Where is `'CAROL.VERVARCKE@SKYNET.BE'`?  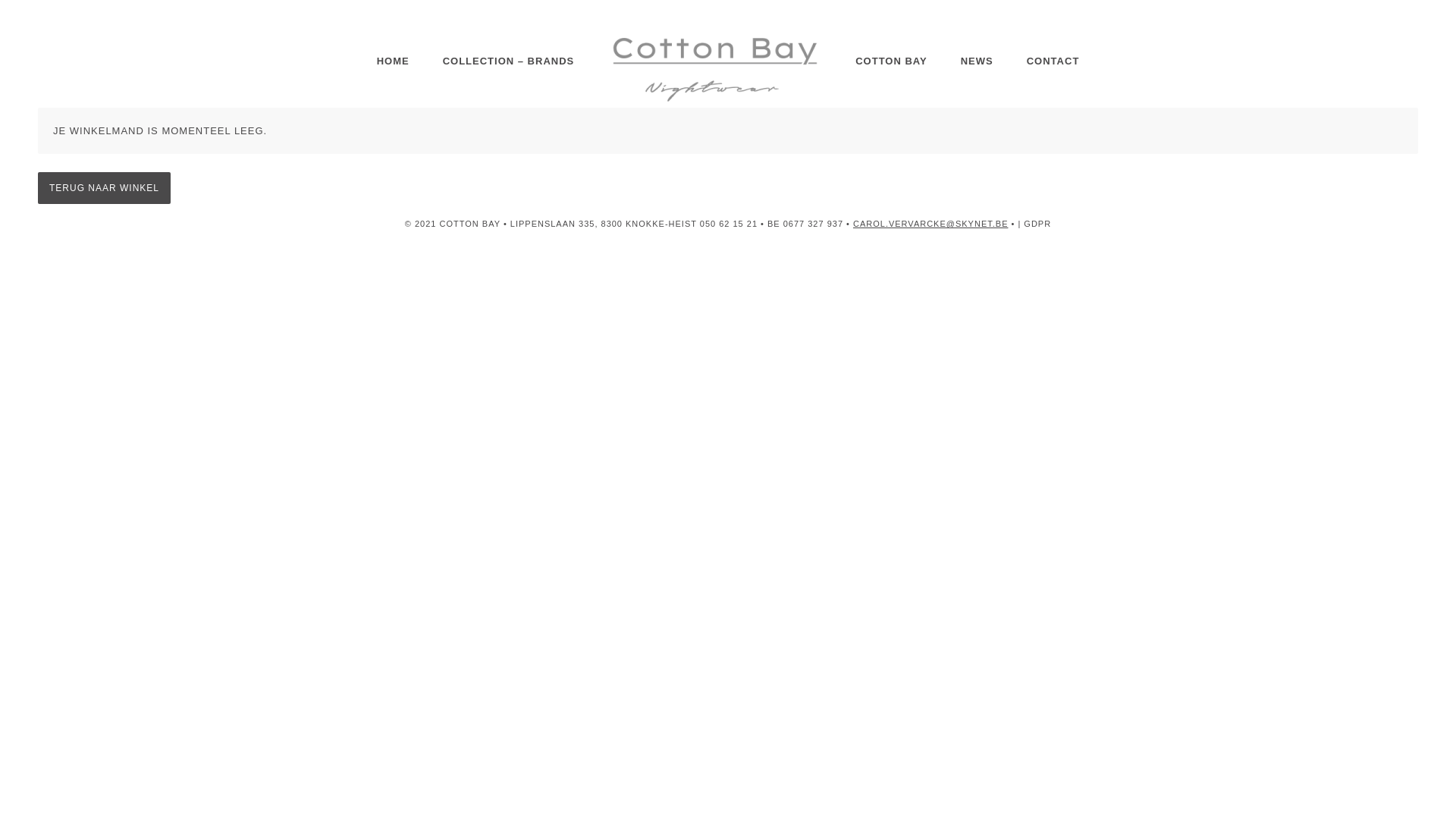
'CAROL.VERVARCKE@SKYNET.BE' is located at coordinates (930, 223).